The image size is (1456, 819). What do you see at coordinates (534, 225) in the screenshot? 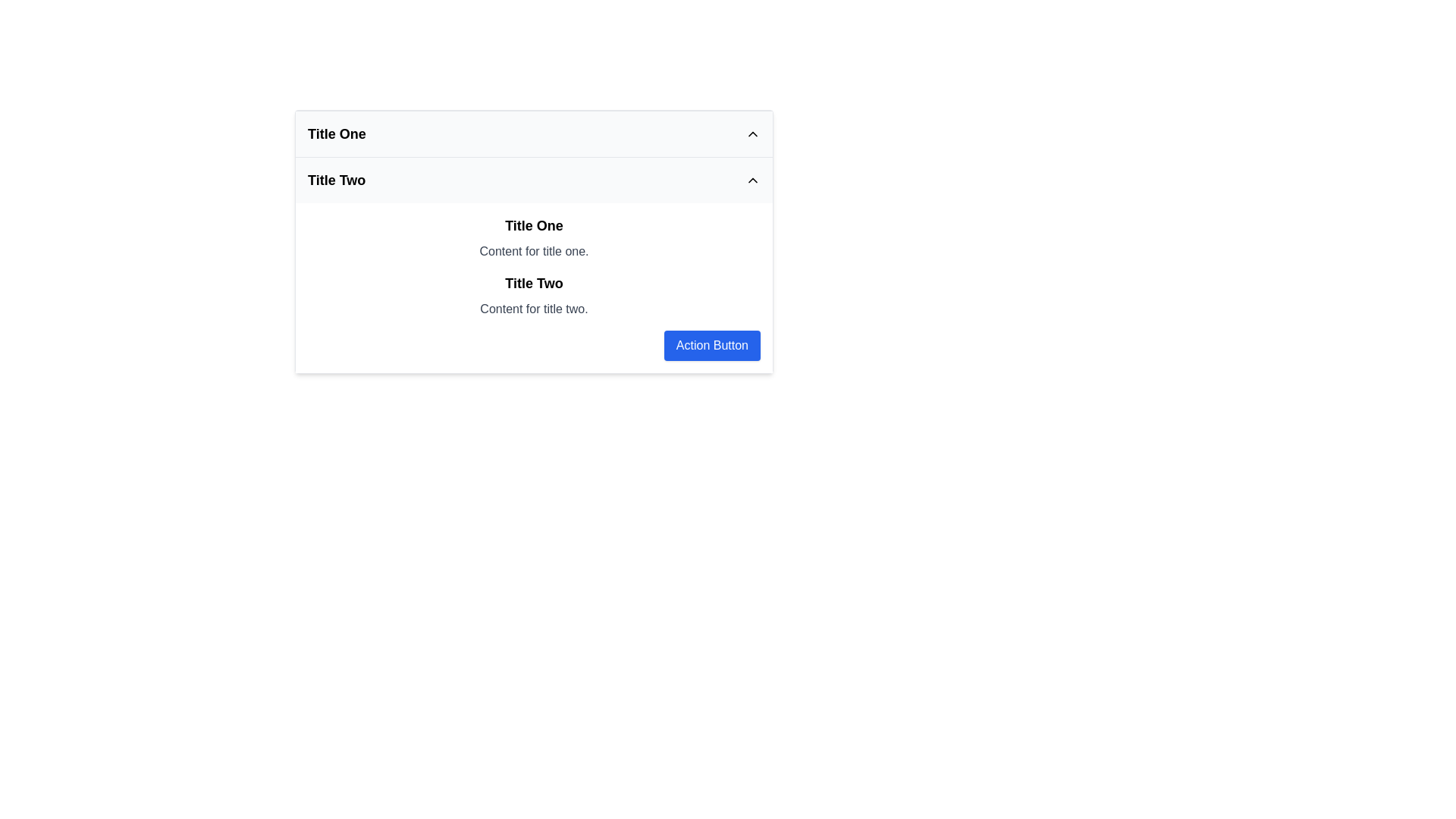
I see `the Text header displaying 'Title One', which is bold and large, located at the top center of the interface` at bounding box center [534, 225].